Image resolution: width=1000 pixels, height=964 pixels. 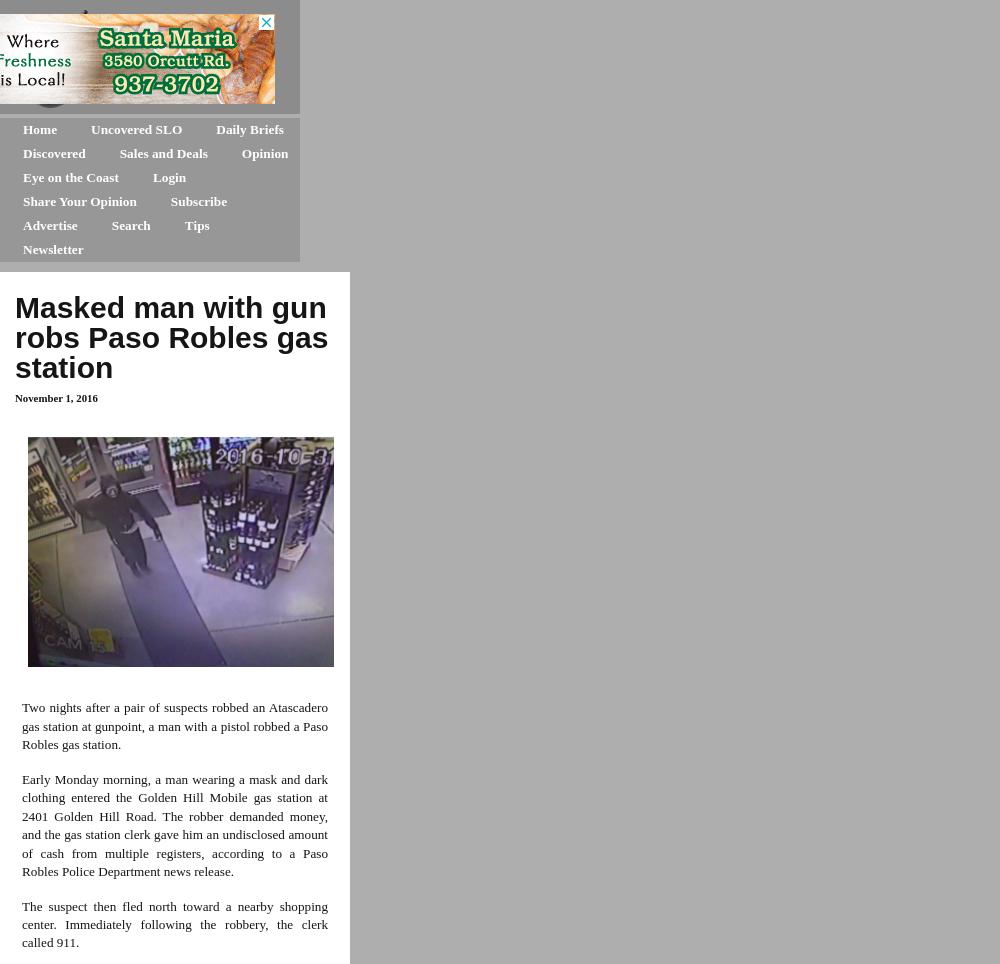 What do you see at coordinates (56, 398) in the screenshot?
I see `'November 1, 2016'` at bounding box center [56, 398].